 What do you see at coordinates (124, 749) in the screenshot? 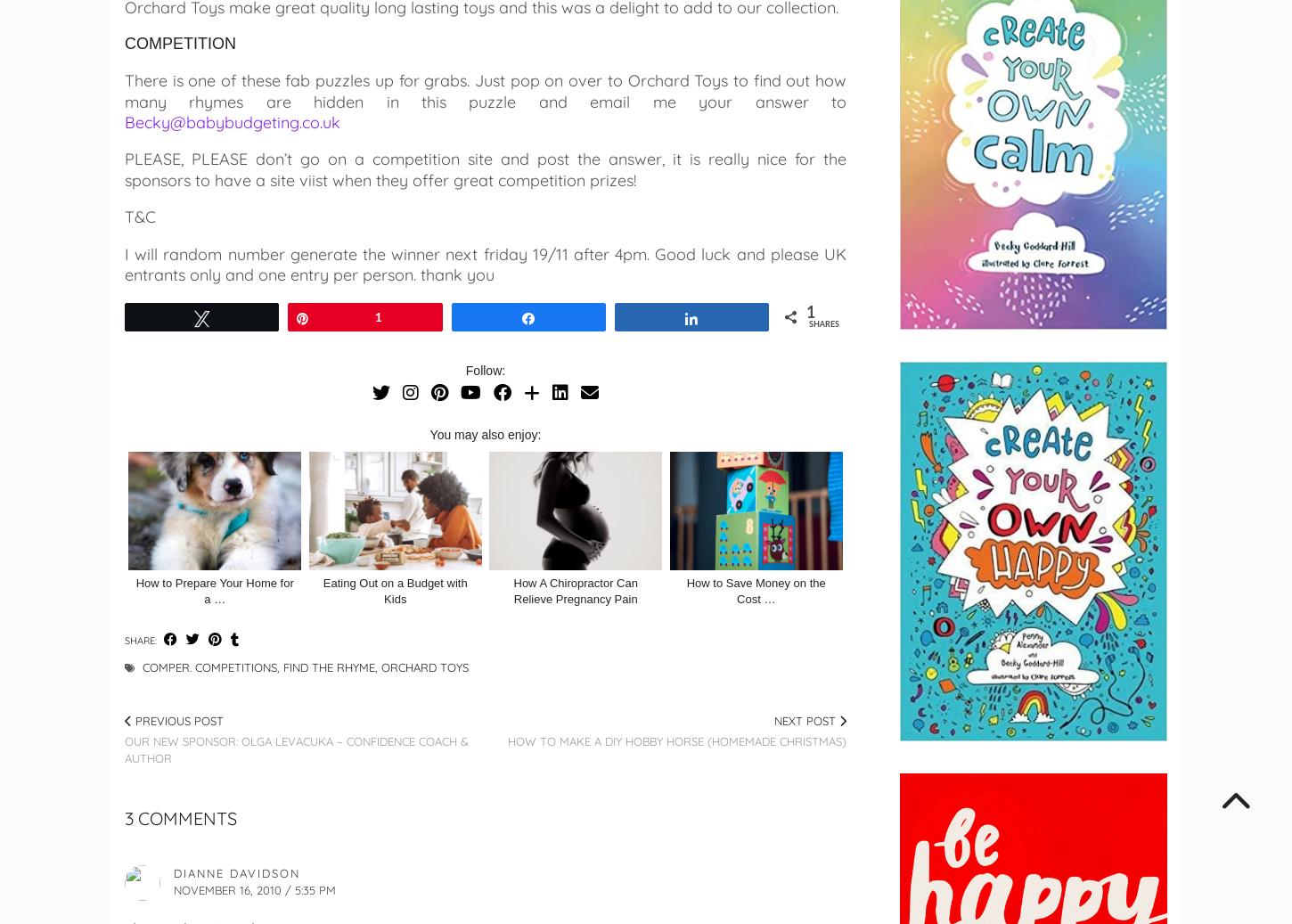
I see `'Our new sponsor: Olga Levacuka – Confidence Coach & Author'` at bounding box center [124, 749].